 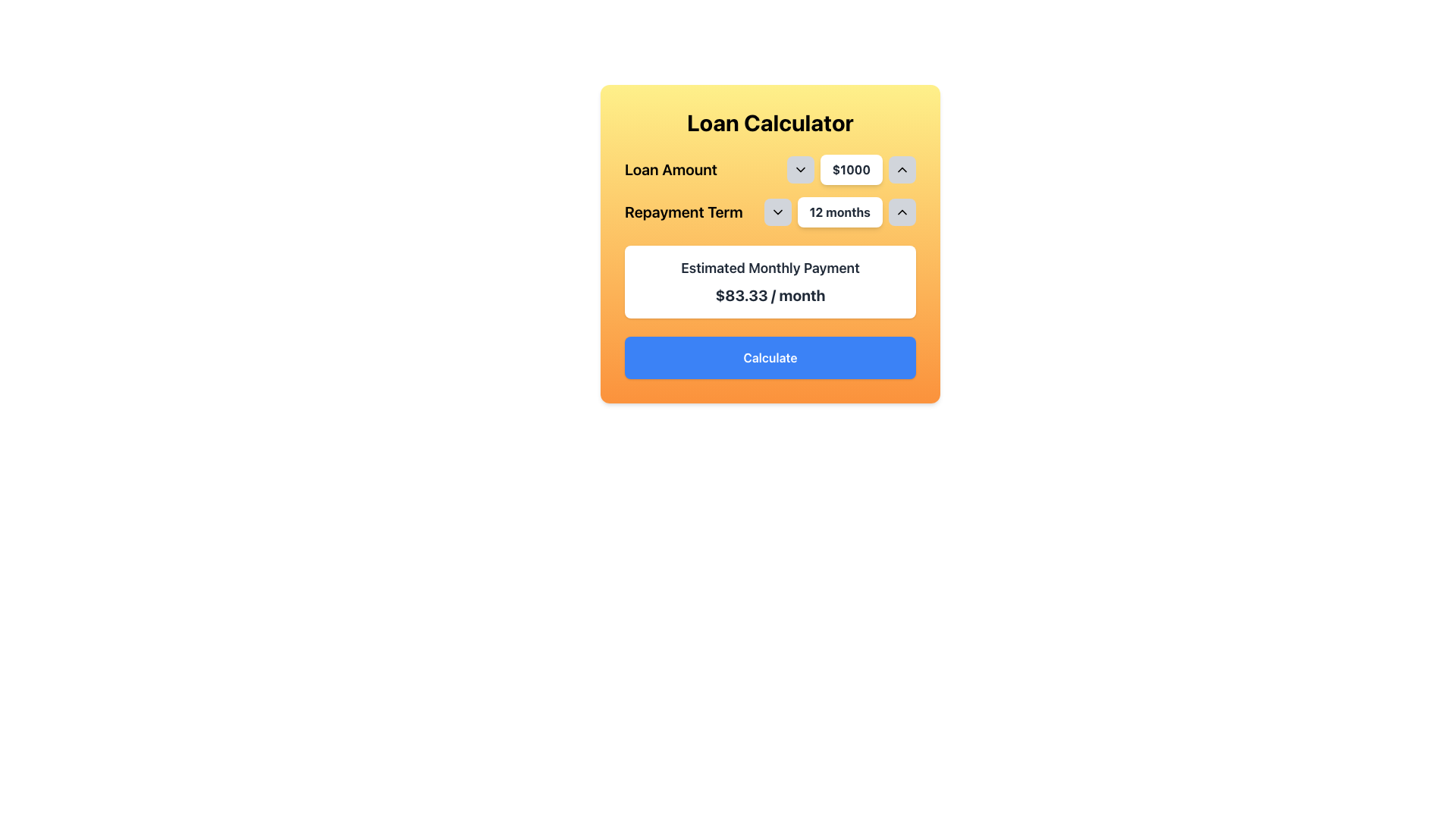 I want to click on the upward-pointing chevron icon button located adjacent to the 'Repayment Term' dropdown to increase the value, so click(x=902, y=212).